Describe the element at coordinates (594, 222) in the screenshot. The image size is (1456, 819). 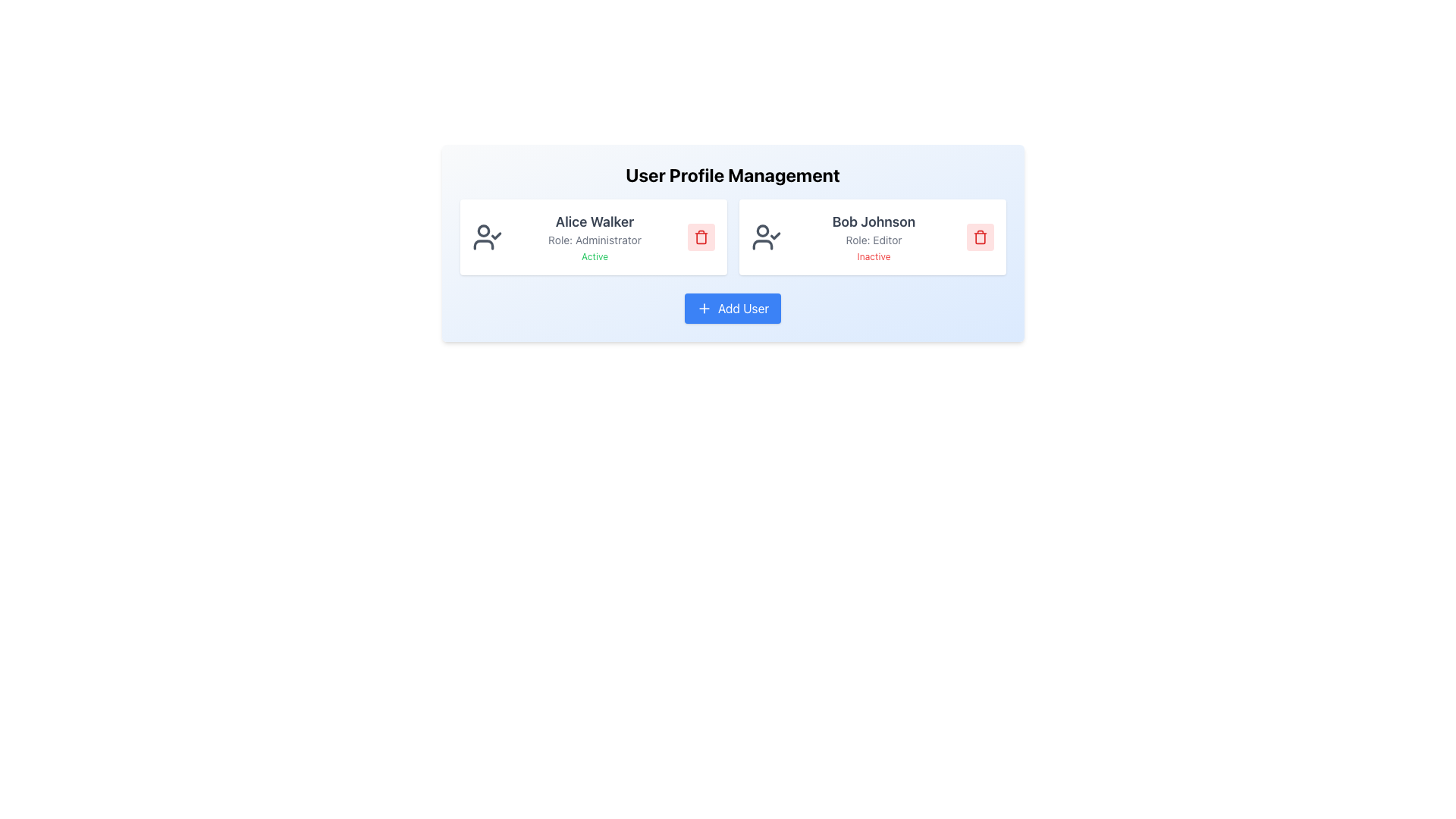
I see `the text label displaying 'Alice Walker', which is styled with a large font-size, bold weight, and gray color, located in the left card of the user profile management section` at that location.